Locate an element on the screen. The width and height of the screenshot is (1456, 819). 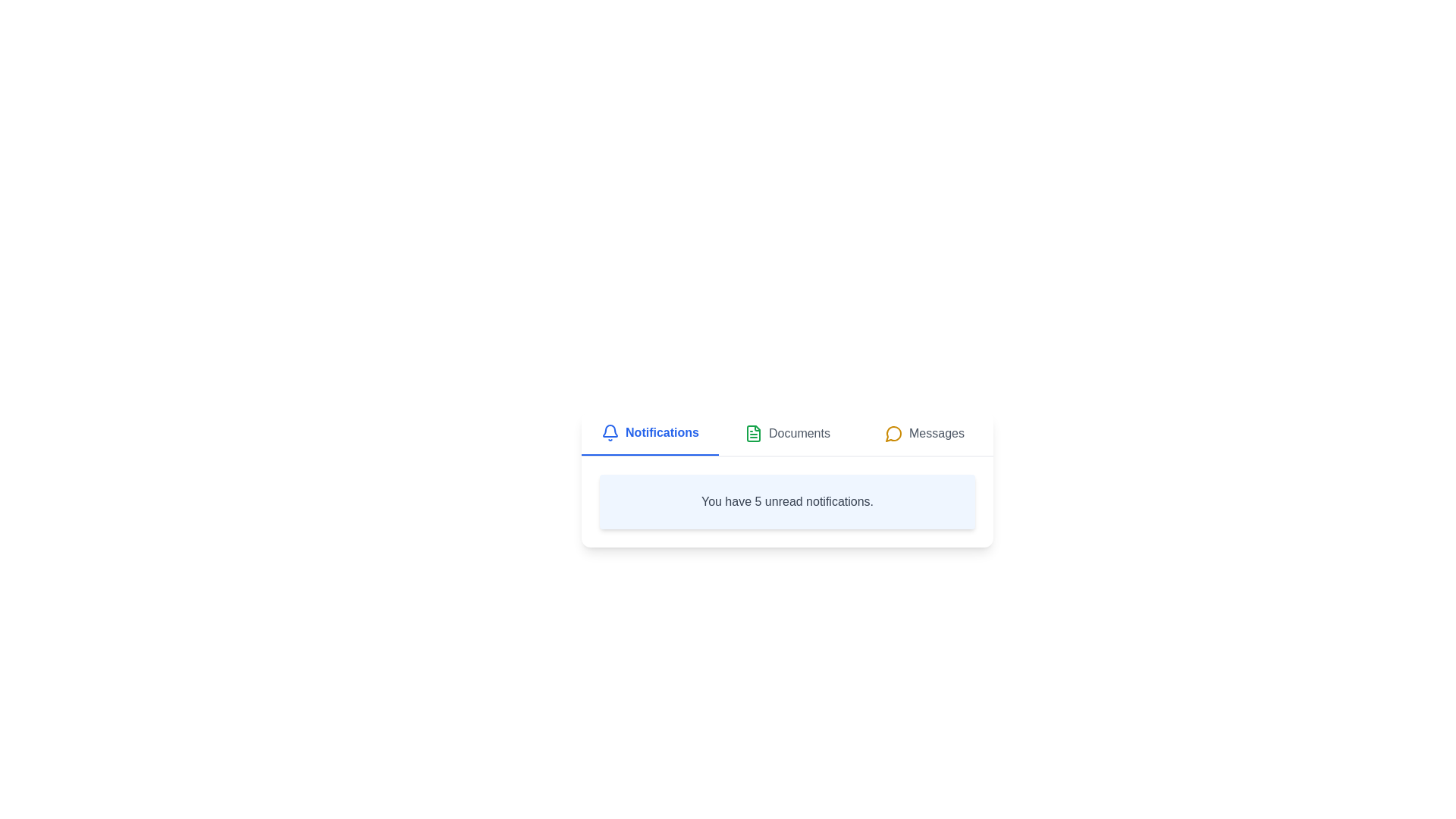
the tab labeled Documents is located at coordinates (787, 433).